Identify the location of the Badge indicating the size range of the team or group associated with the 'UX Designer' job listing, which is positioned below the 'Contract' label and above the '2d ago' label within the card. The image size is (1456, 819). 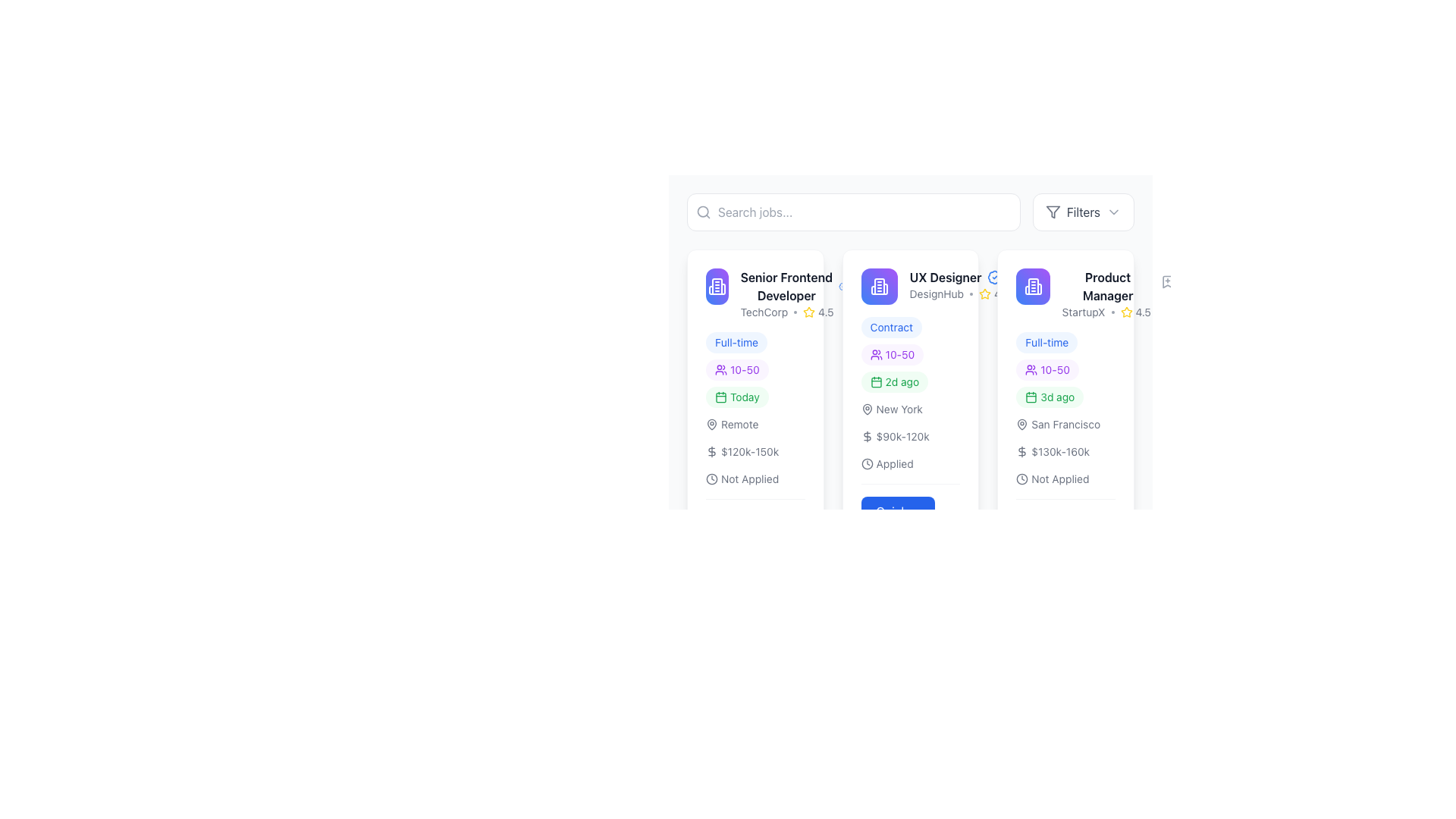
(910, 354).